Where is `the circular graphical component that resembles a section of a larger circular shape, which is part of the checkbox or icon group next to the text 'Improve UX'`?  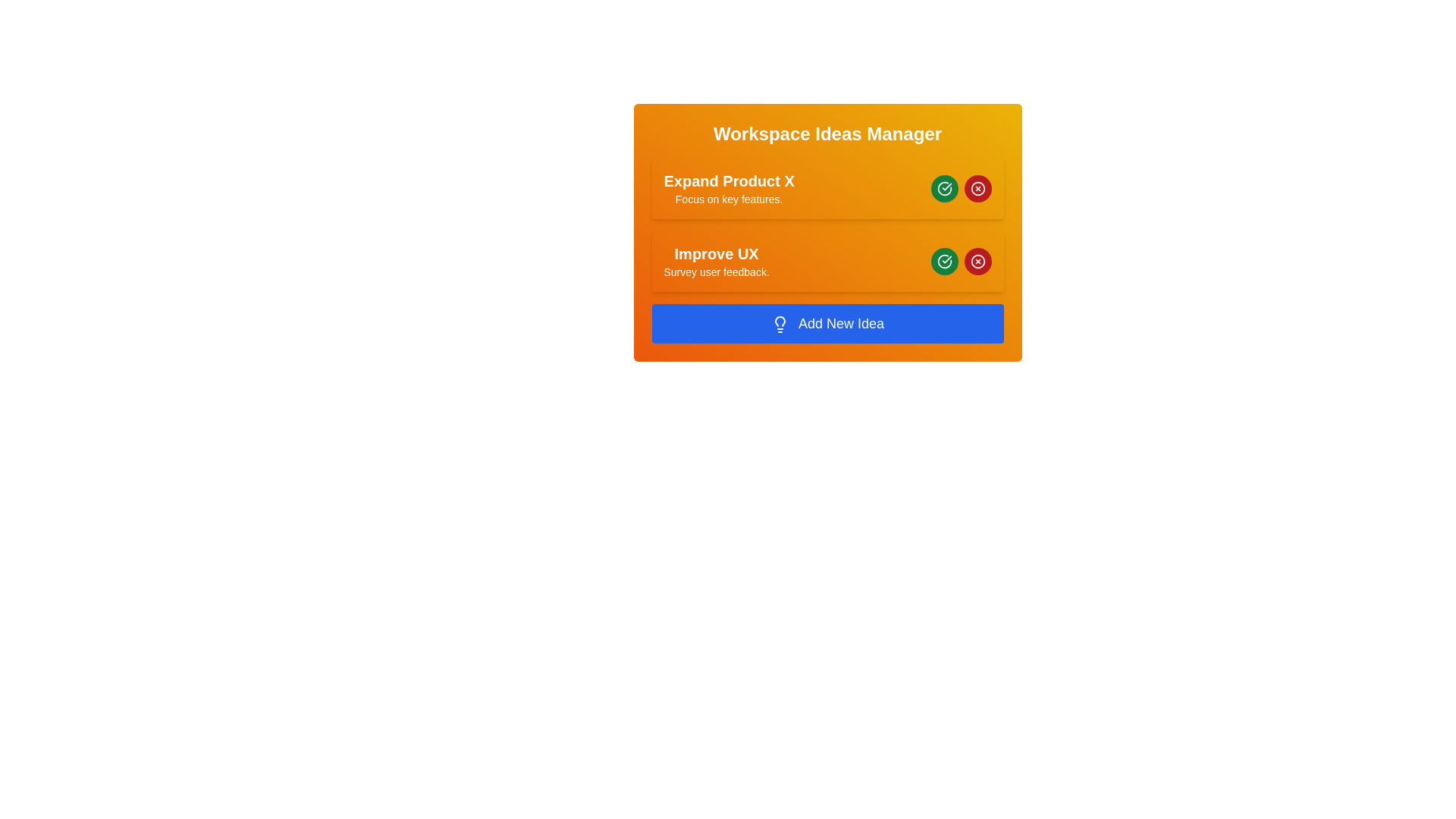 the circular graphical component that resembles a section of a larger circular shape, which is part of the checkbox or icon group next to the text 'Improve UX' is located at coordinates (943, 260).